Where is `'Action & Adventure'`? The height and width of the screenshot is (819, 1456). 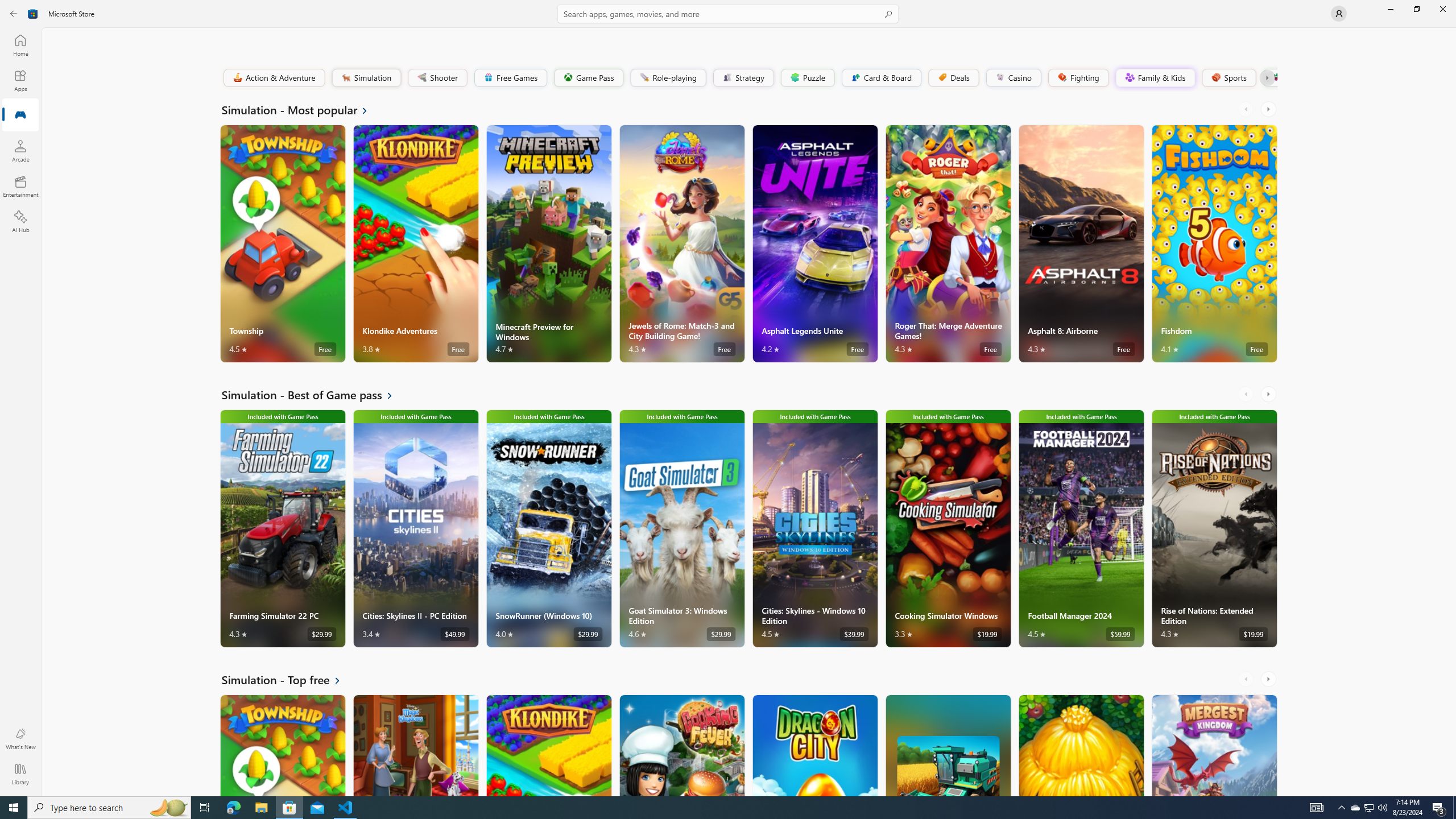
'Action & Adventure' is located at coordinates (274, 77).